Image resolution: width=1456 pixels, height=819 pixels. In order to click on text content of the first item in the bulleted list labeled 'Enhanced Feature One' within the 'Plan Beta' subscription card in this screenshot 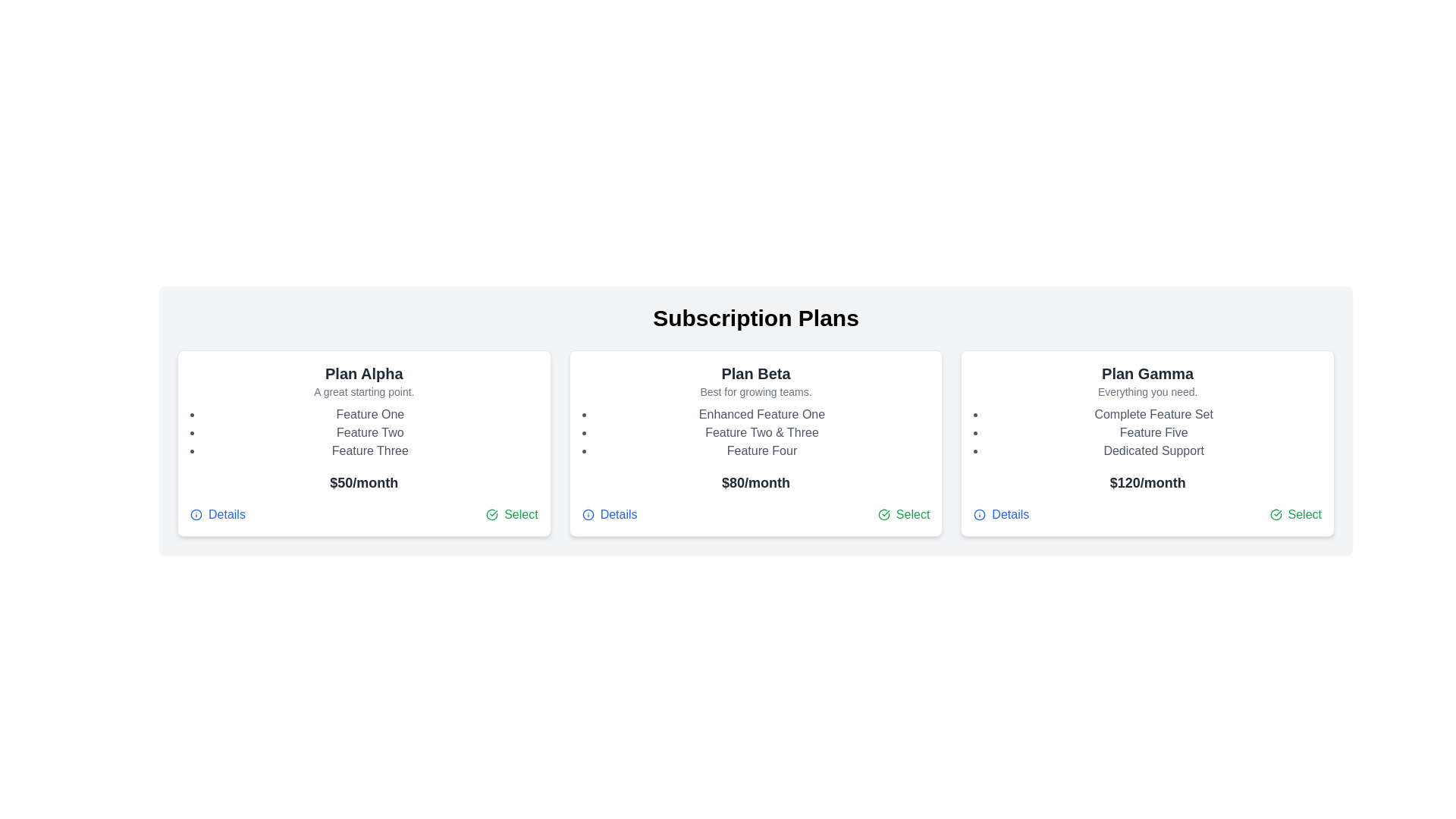, I will do `click(761, 415)`.